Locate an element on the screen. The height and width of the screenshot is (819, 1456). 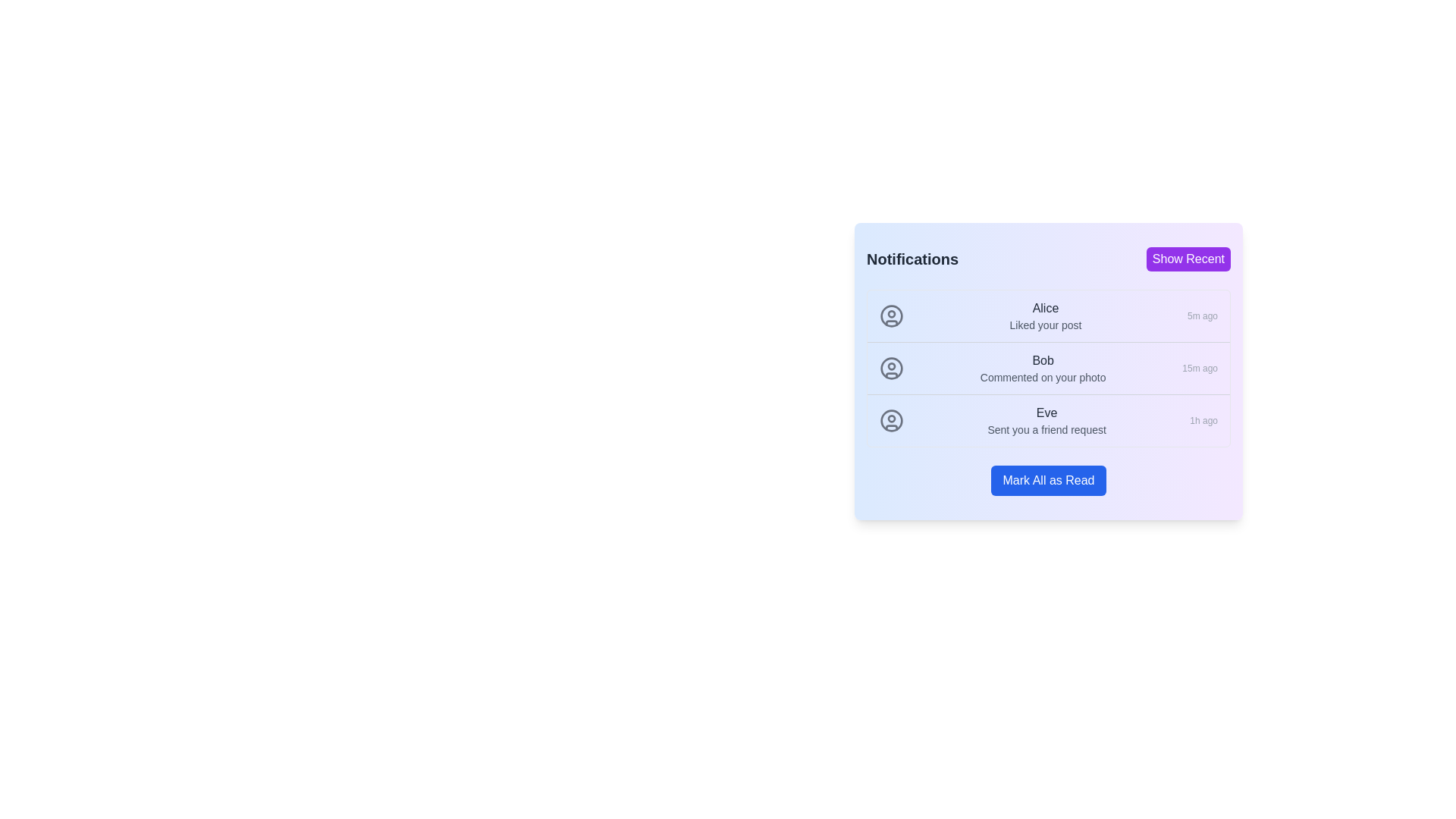
the avatar of Alice to open their profile or related actions is located at coordinates (892, 315).